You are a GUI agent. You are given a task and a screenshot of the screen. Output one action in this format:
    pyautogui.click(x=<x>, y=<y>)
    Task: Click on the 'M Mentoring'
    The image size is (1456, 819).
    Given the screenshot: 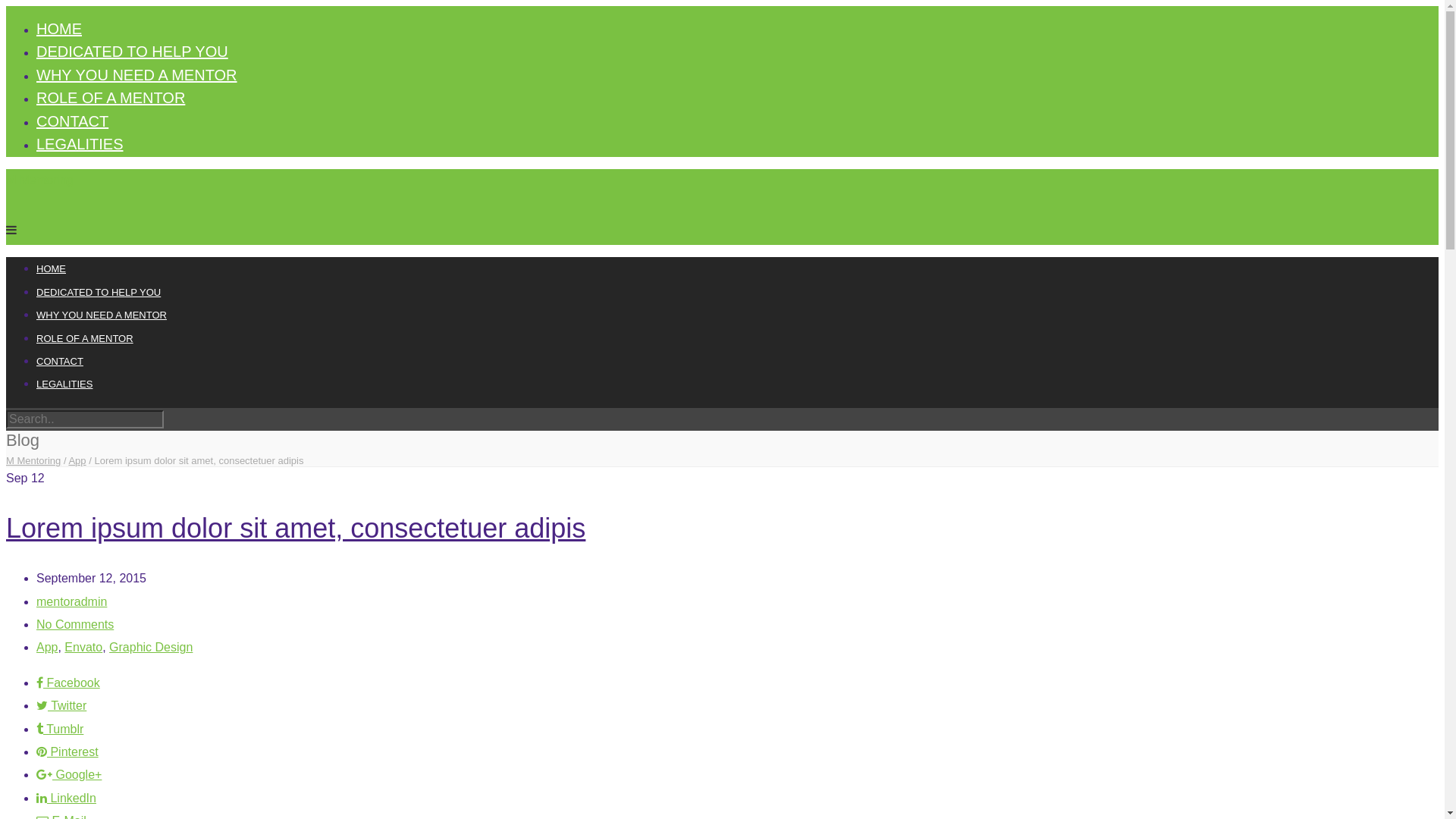 What is the action you would take?
    pyautogui.click(x=39, y=179)
    